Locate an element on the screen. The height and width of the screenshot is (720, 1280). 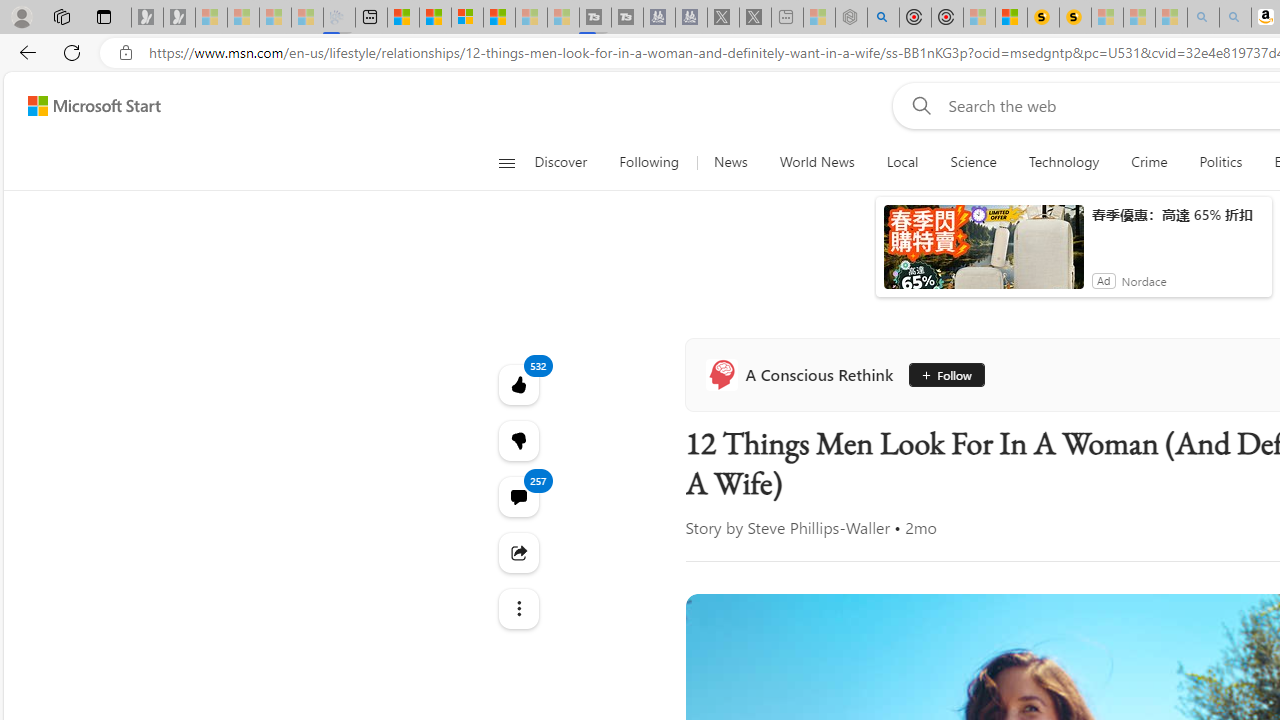
'Crime' is located at coordinates (1149, 162).